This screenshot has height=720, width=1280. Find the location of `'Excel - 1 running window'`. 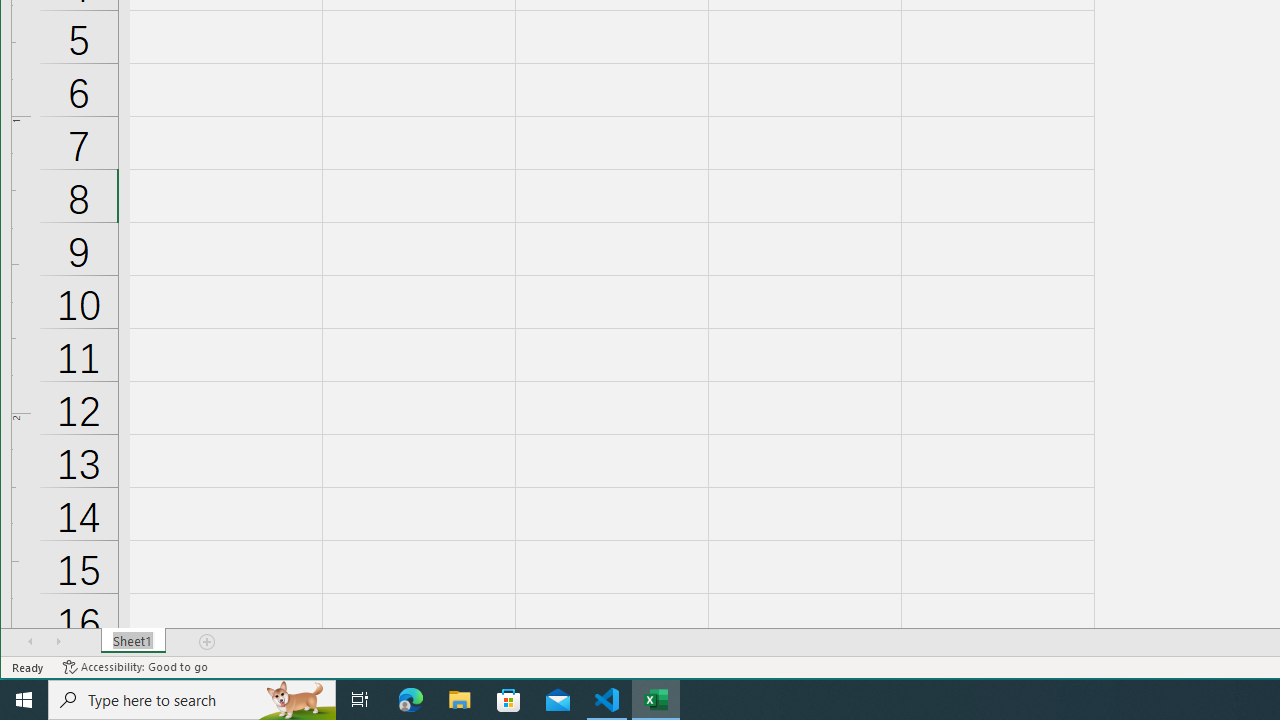

'Excel - 1 running window' is located at coordinates (656, 698).